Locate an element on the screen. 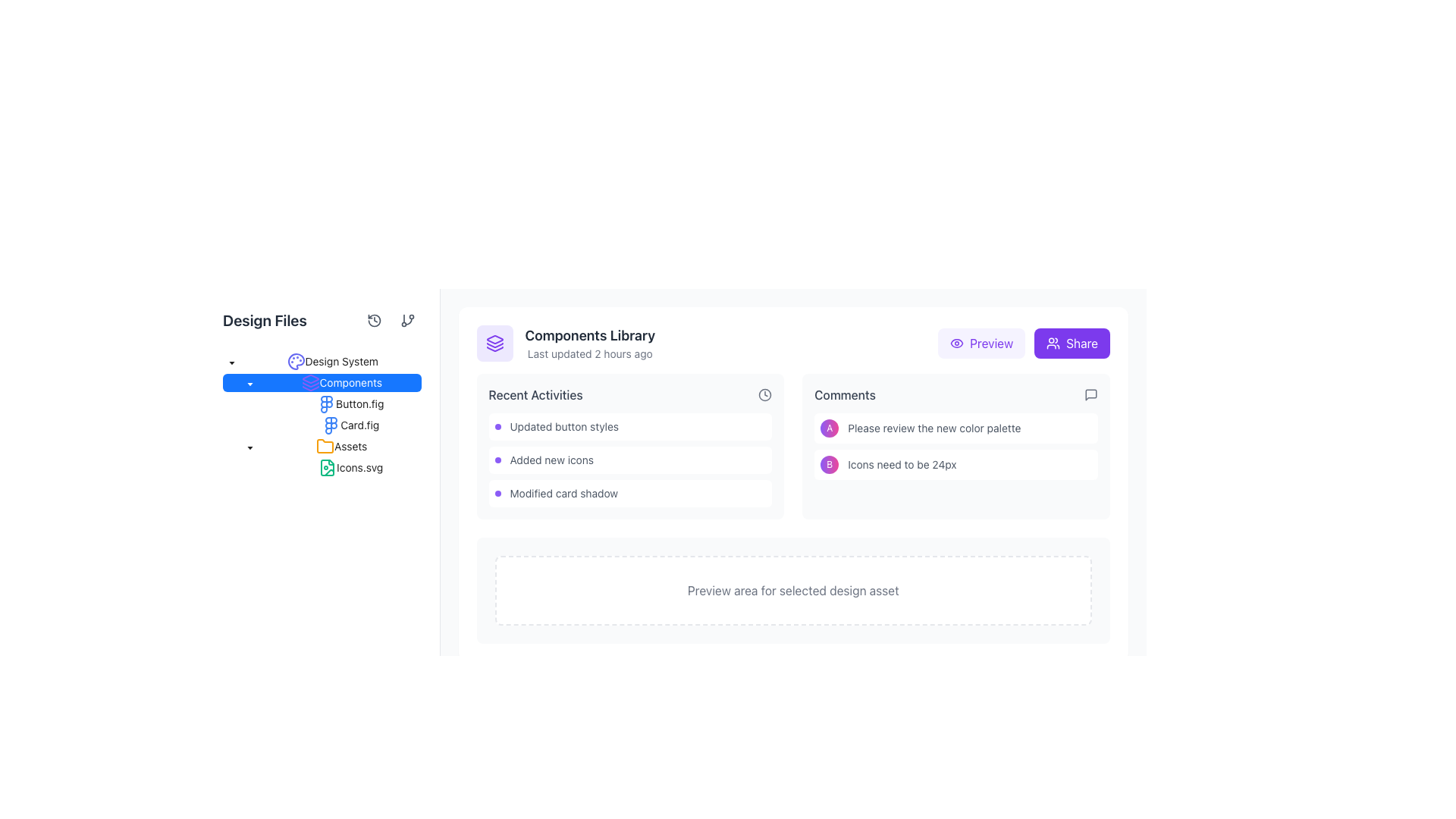 The width and height of the screenshot is (1456, 819). the 'Components' icon in the left-side navigation tree to observe the tooltip for additional information is located at coordinates (309, 382).